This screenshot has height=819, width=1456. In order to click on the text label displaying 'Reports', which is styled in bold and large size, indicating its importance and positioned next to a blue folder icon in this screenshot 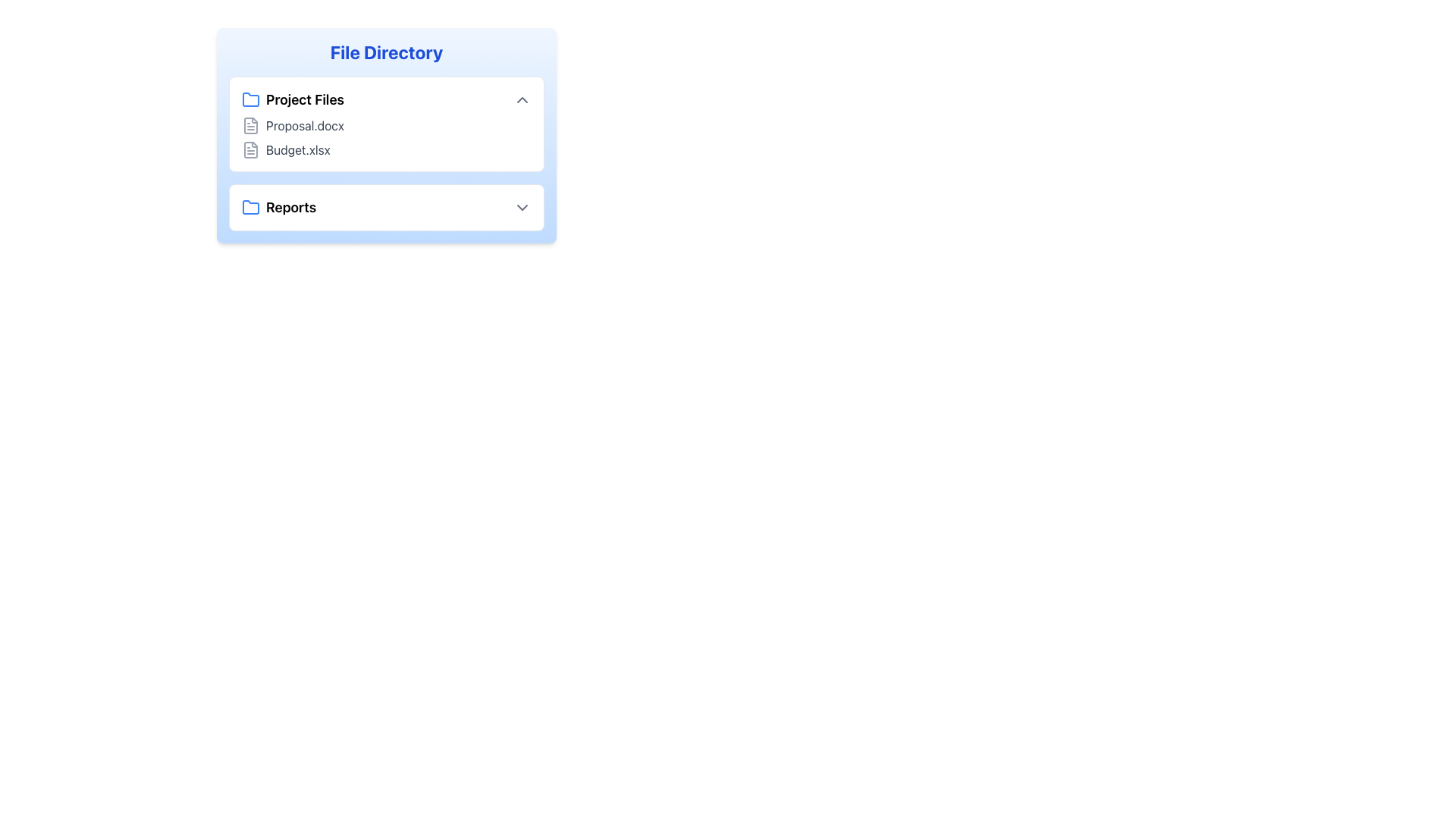, I will do `click(291, 207)`.